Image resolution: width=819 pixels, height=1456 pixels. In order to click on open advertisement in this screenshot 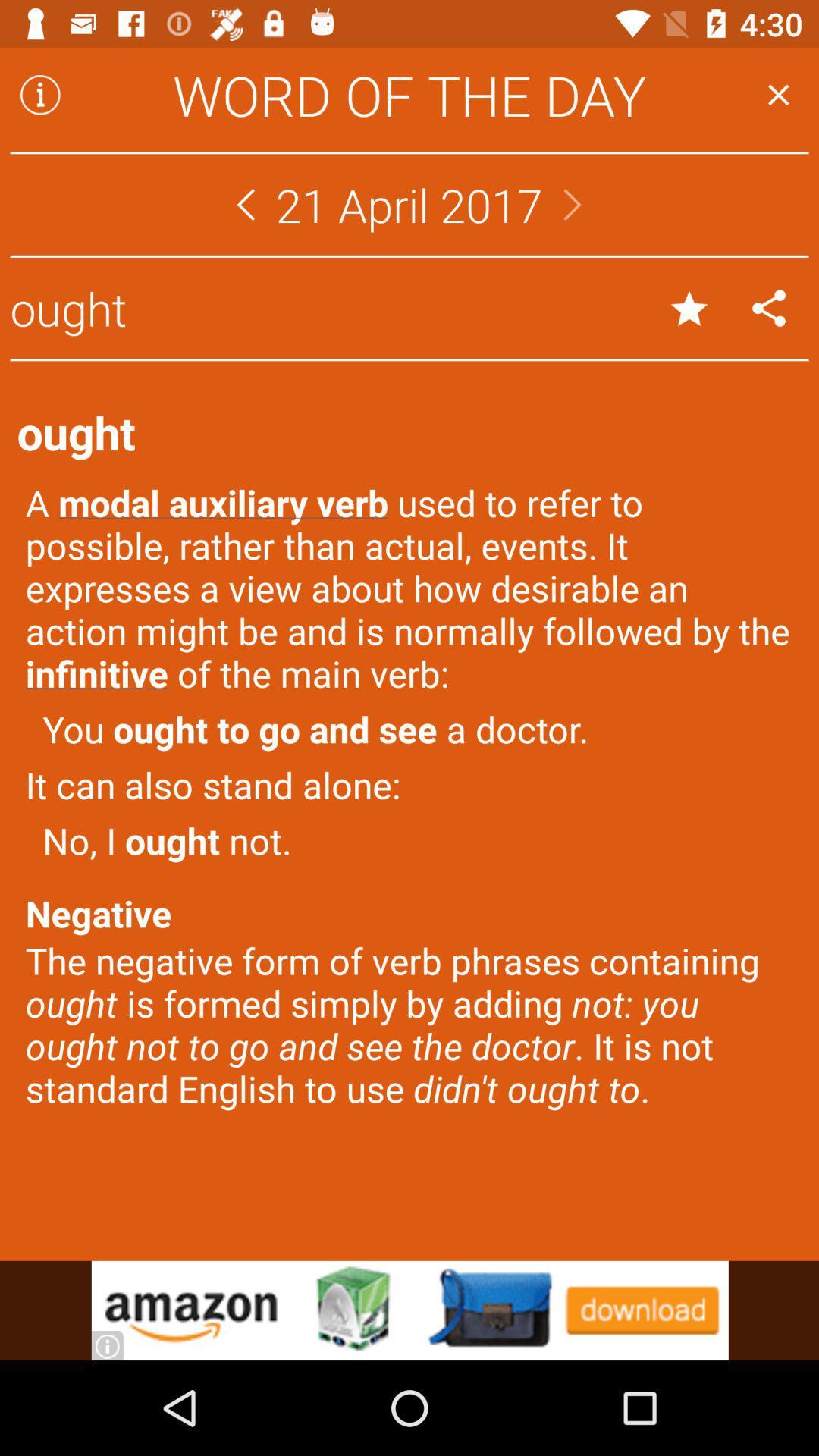, I will do `click(409, 1310)`.